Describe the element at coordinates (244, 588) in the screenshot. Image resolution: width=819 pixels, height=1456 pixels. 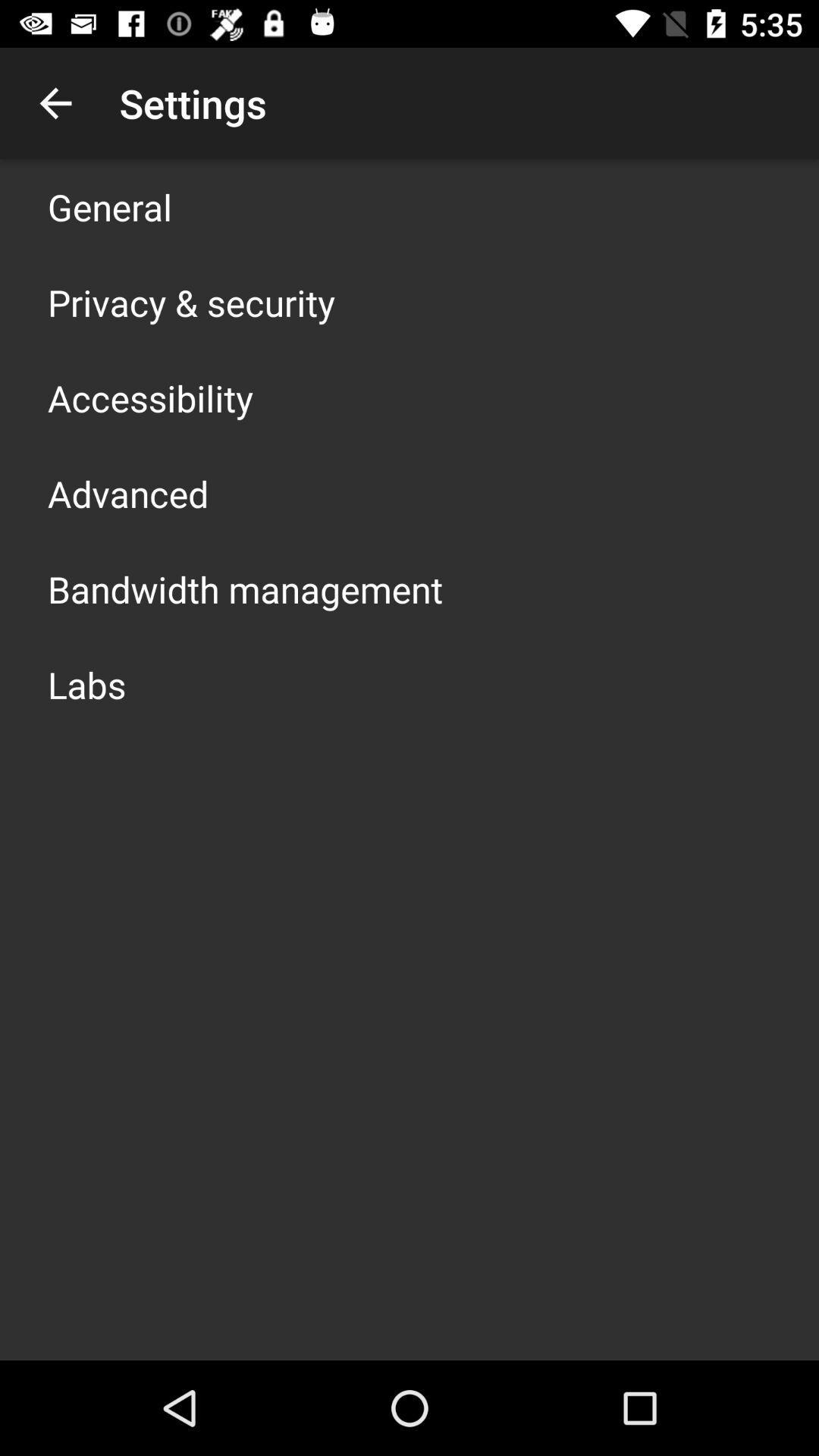
I see `the bandwidth management icon` at that location.